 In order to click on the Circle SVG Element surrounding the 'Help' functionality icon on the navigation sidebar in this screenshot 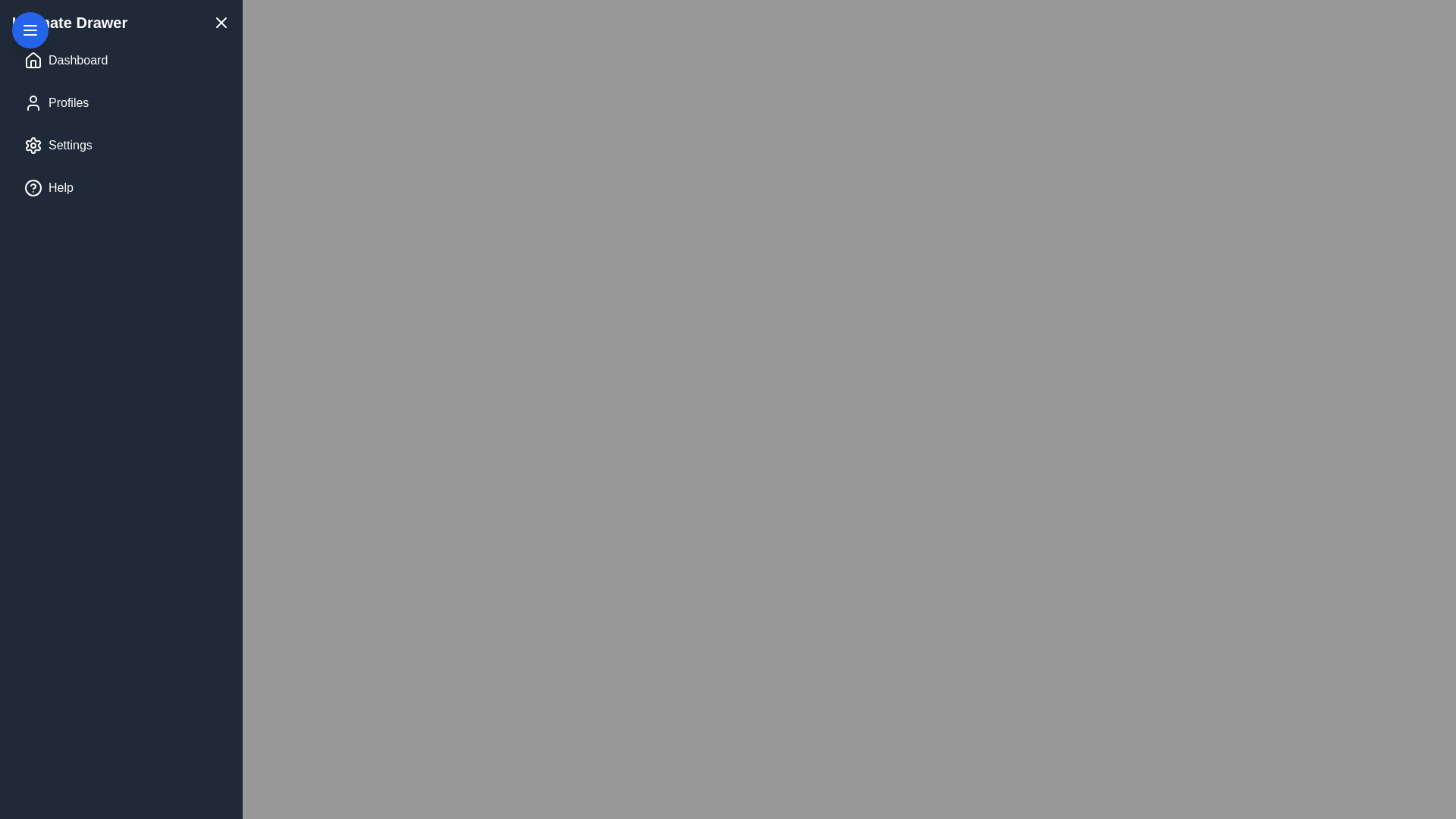, I will do `click(33, 187)`.